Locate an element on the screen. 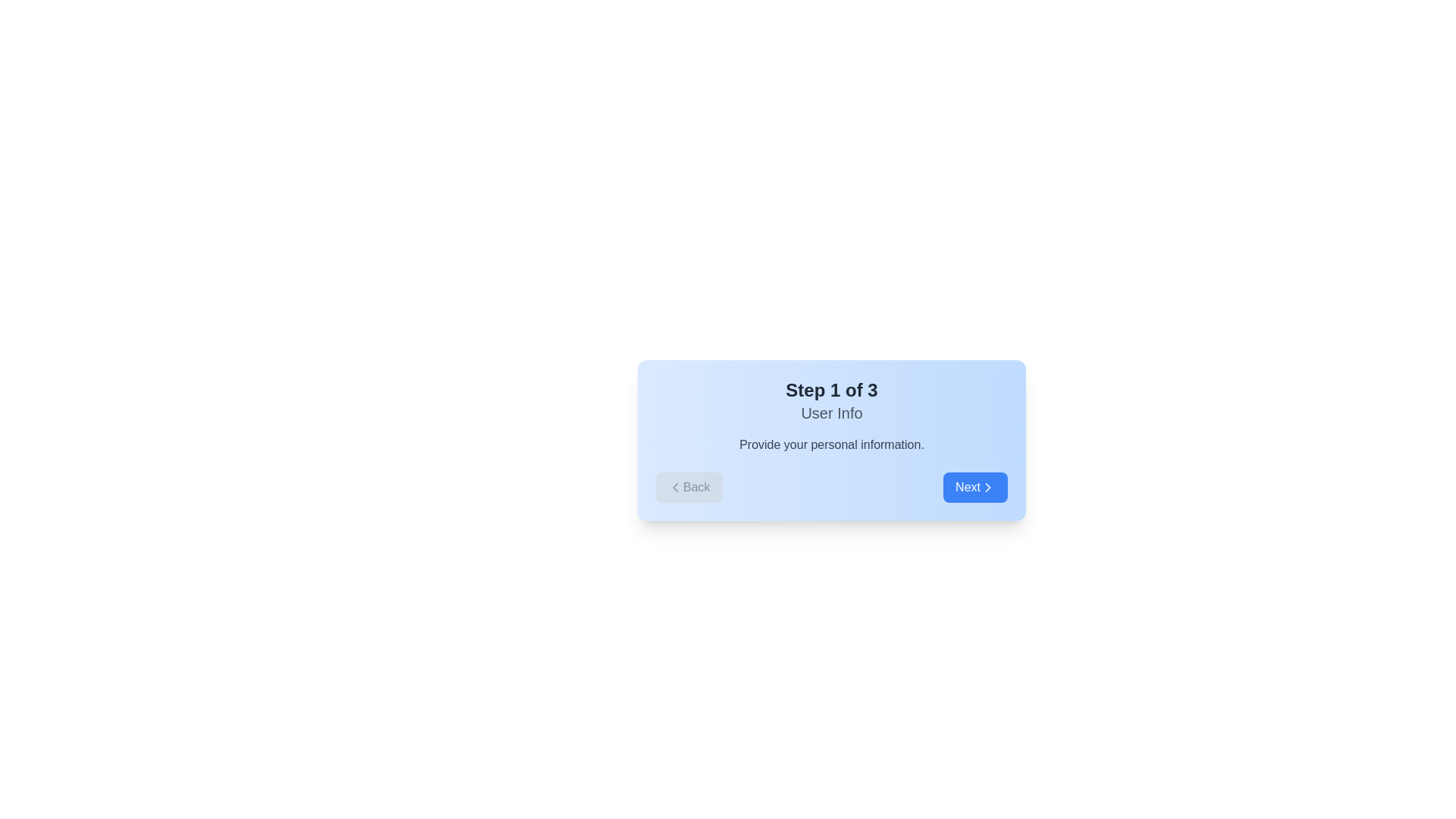 The width and height of the screenshot is (1456, 819). the 'User Info' static text label, which is displayed in gray with a larger font size, positioned below 'Step 1 of 3' in a modal-like UI interface is located at coordinates (831, 413).